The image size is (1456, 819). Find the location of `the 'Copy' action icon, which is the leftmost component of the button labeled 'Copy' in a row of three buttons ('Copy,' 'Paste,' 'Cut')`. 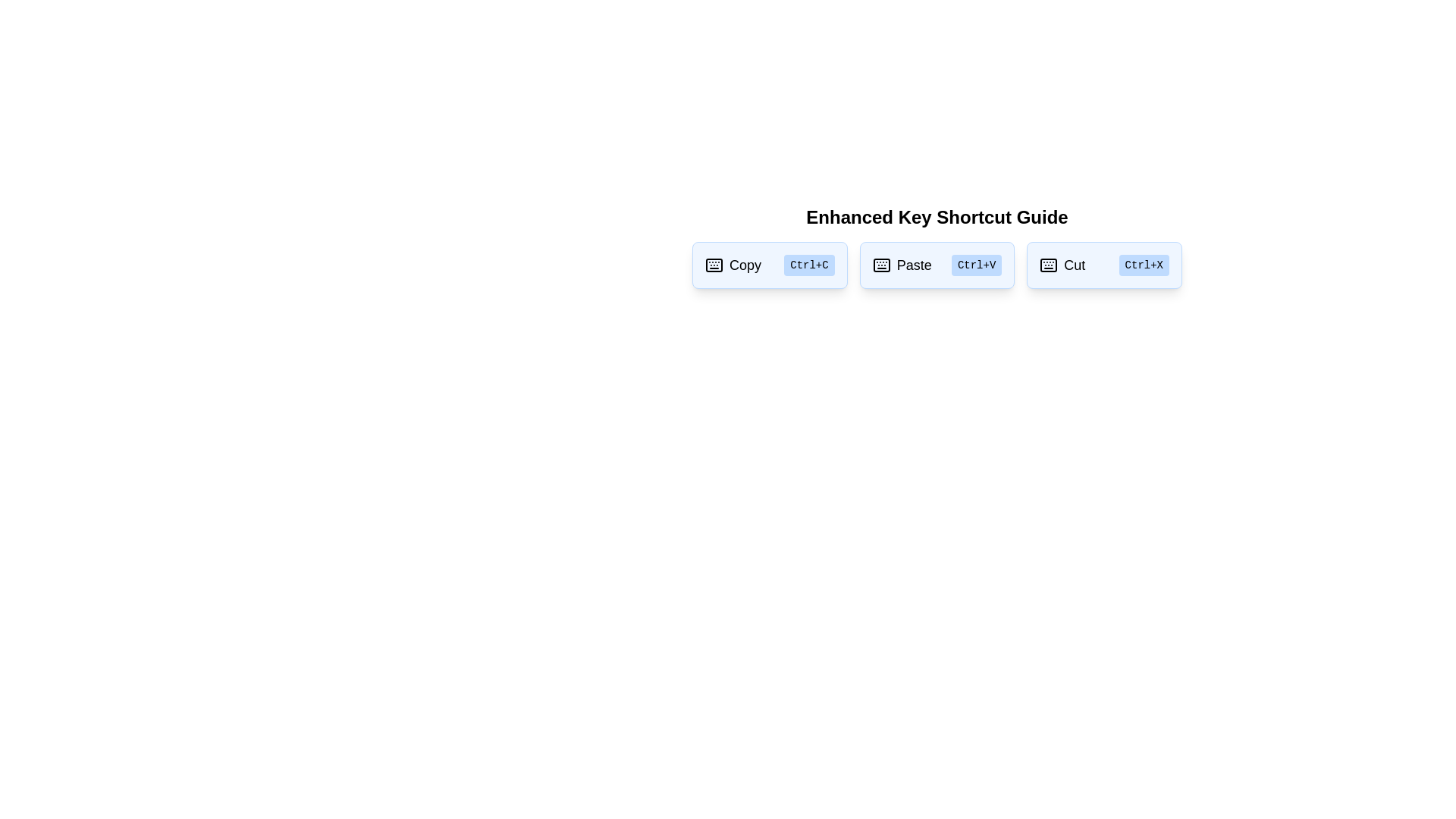

the 'Copy' action icon, which is the leftmost component of the button labeled 'Copy' in a row of three buttons ('Copy,' 'Paste,' 'Cut') is located at coordinates (713, 265).